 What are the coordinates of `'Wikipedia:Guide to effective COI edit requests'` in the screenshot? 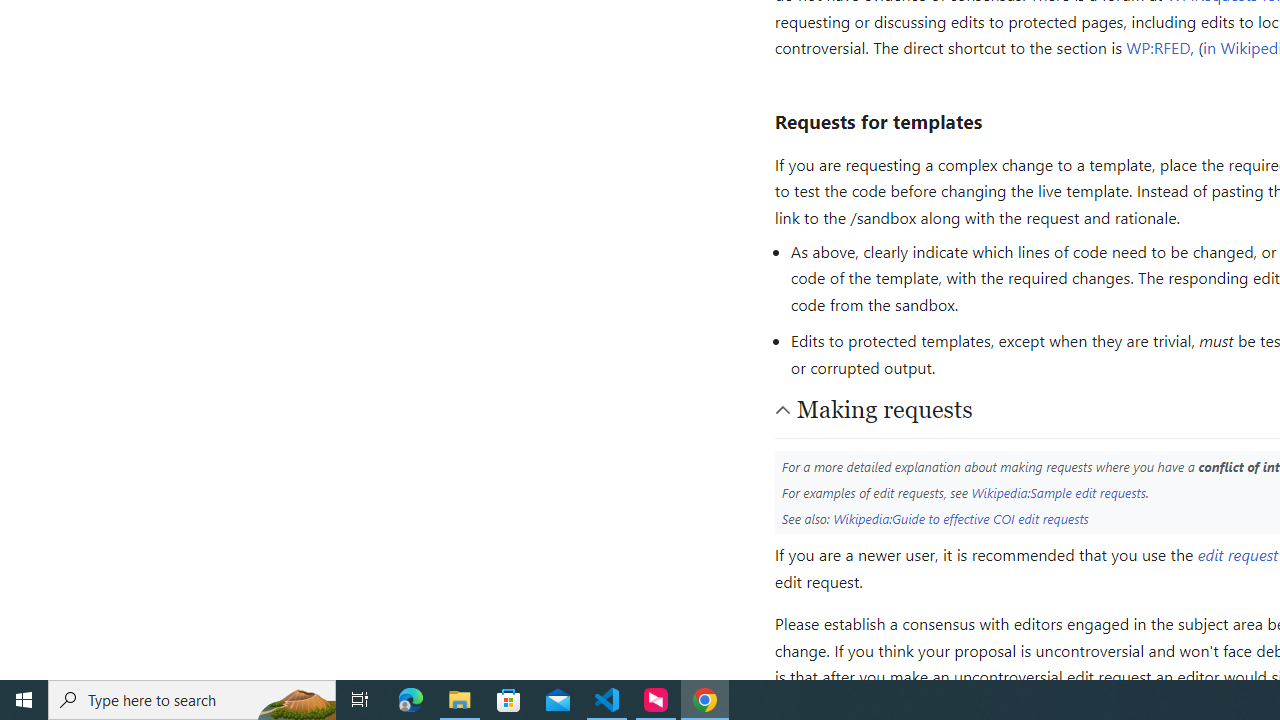 It's located at (961, 517).